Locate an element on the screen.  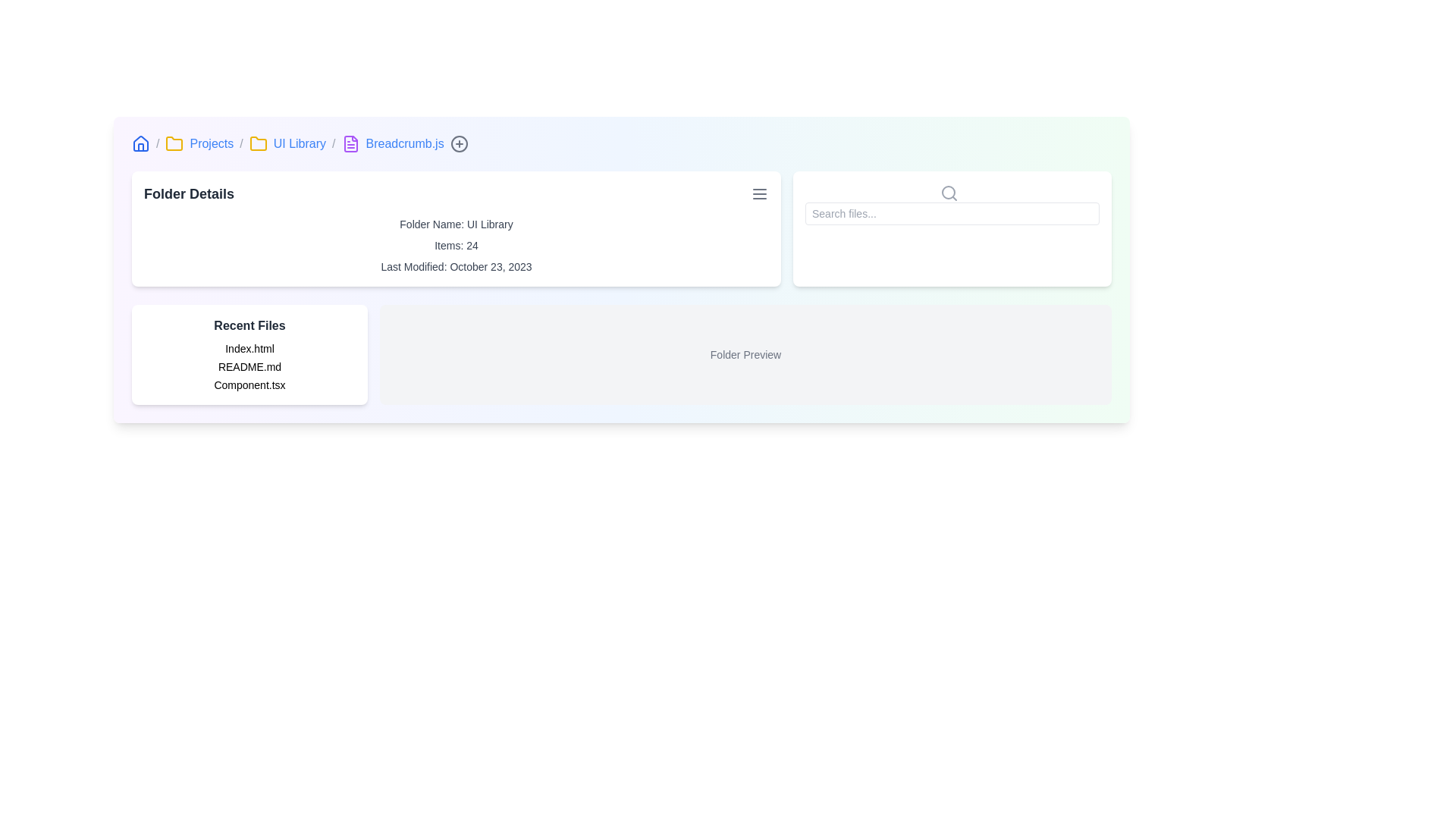
the folder icon in the breadcrumb navigation is located at coordinates (258, 143).